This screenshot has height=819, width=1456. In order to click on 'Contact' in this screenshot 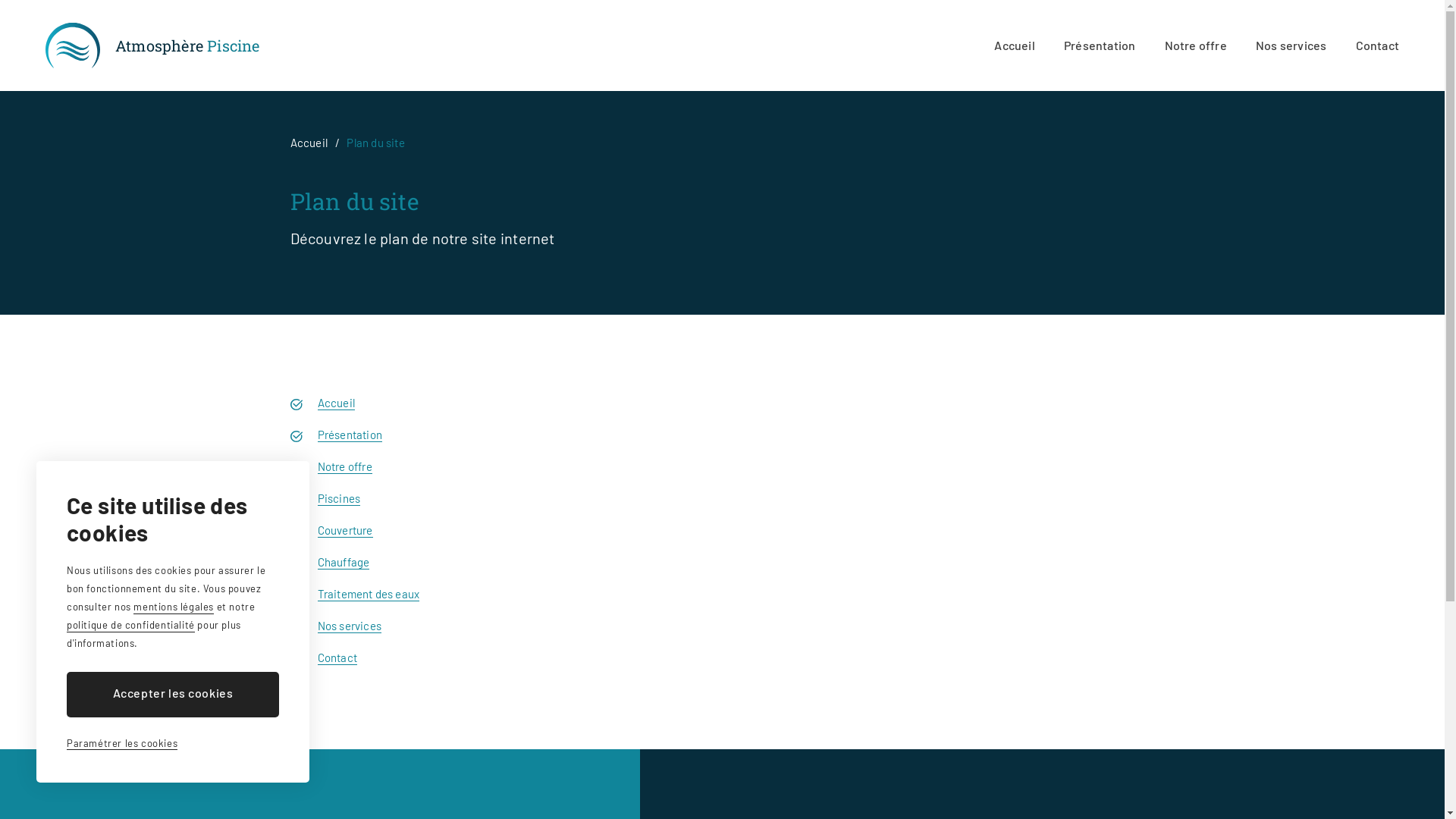, I will do `click(336, 657)`.